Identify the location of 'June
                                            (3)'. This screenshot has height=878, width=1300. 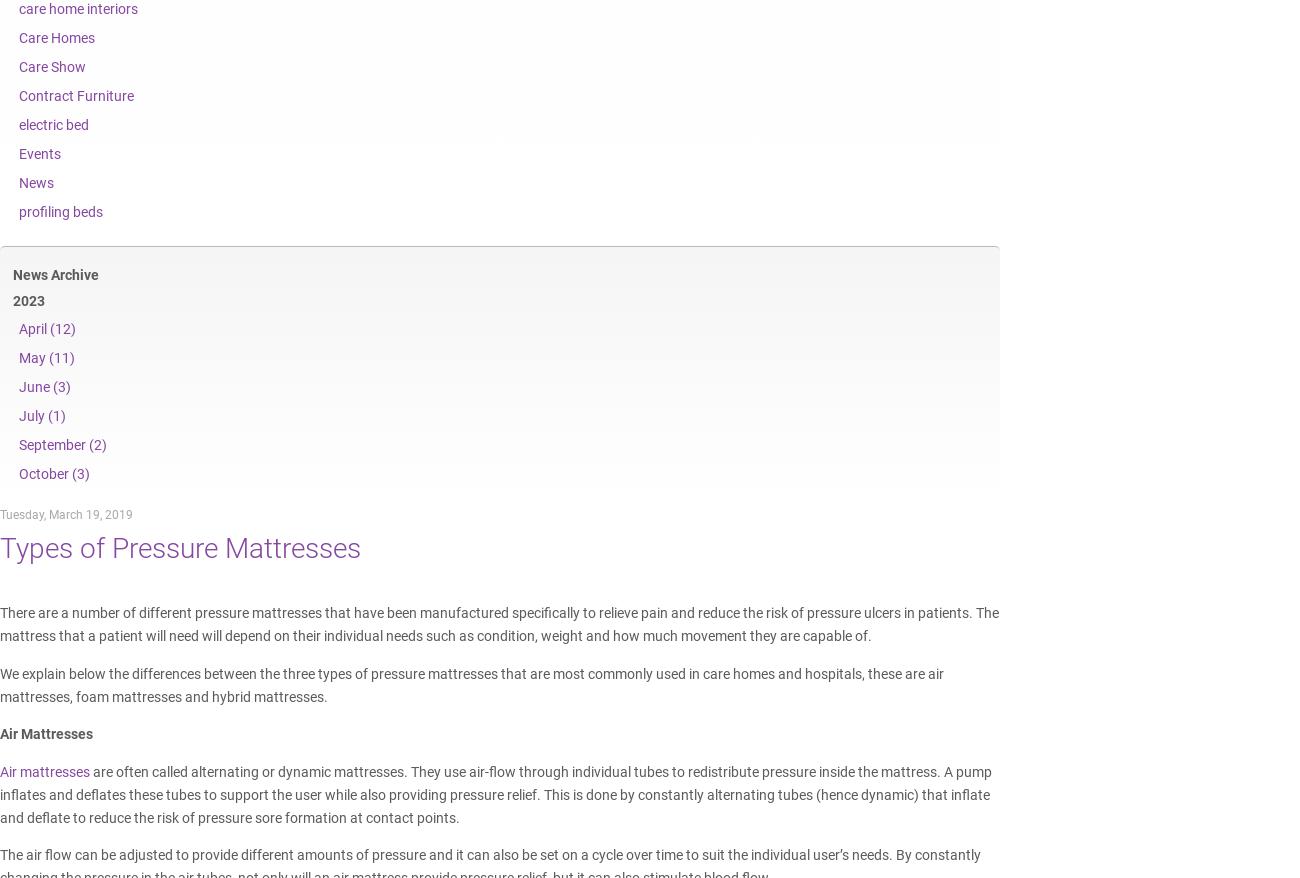
(43, 386).